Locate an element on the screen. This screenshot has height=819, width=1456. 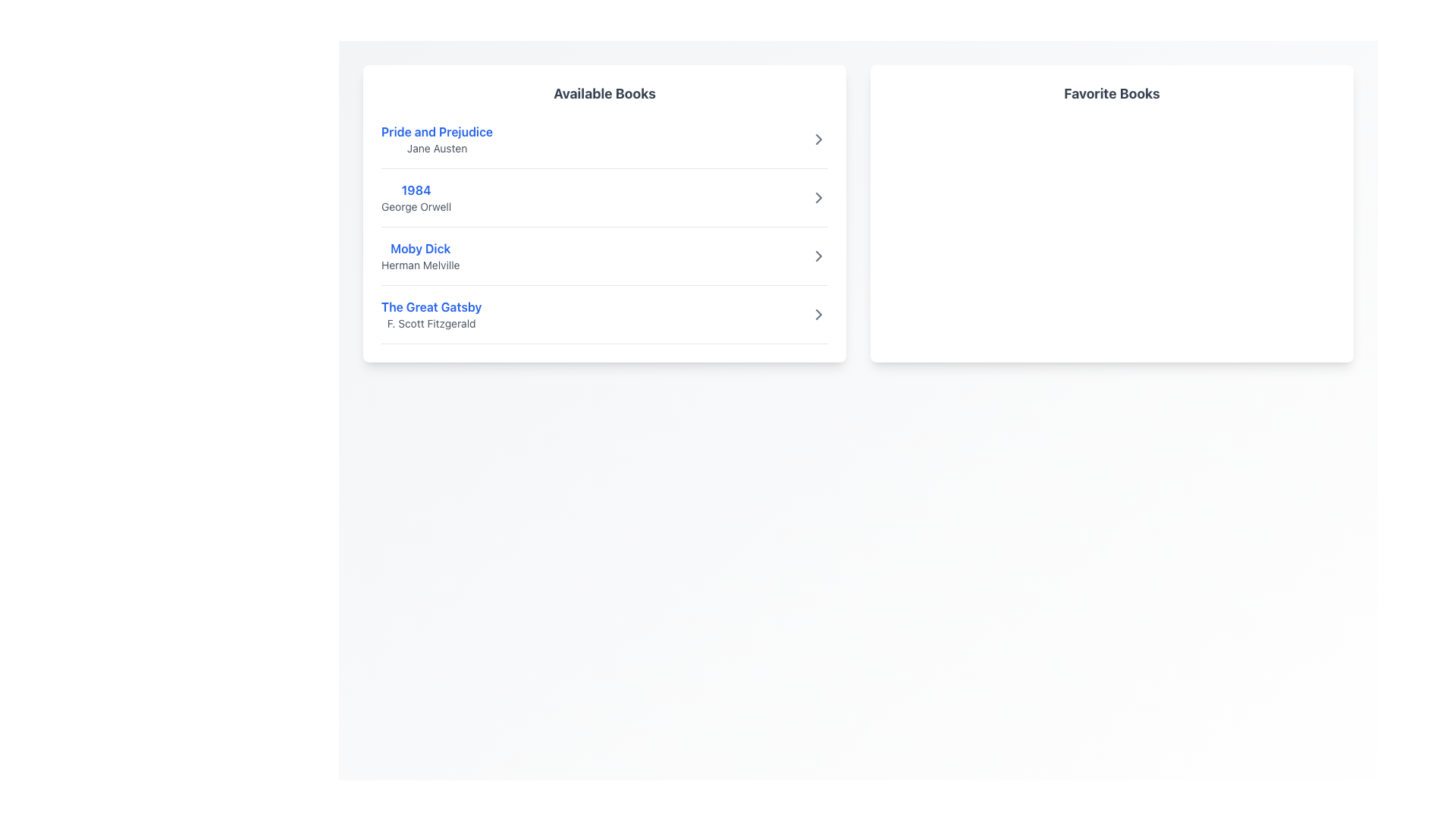
the bold blue text '1984' in the 'Available Books' section is located at coordinates (416, 189).